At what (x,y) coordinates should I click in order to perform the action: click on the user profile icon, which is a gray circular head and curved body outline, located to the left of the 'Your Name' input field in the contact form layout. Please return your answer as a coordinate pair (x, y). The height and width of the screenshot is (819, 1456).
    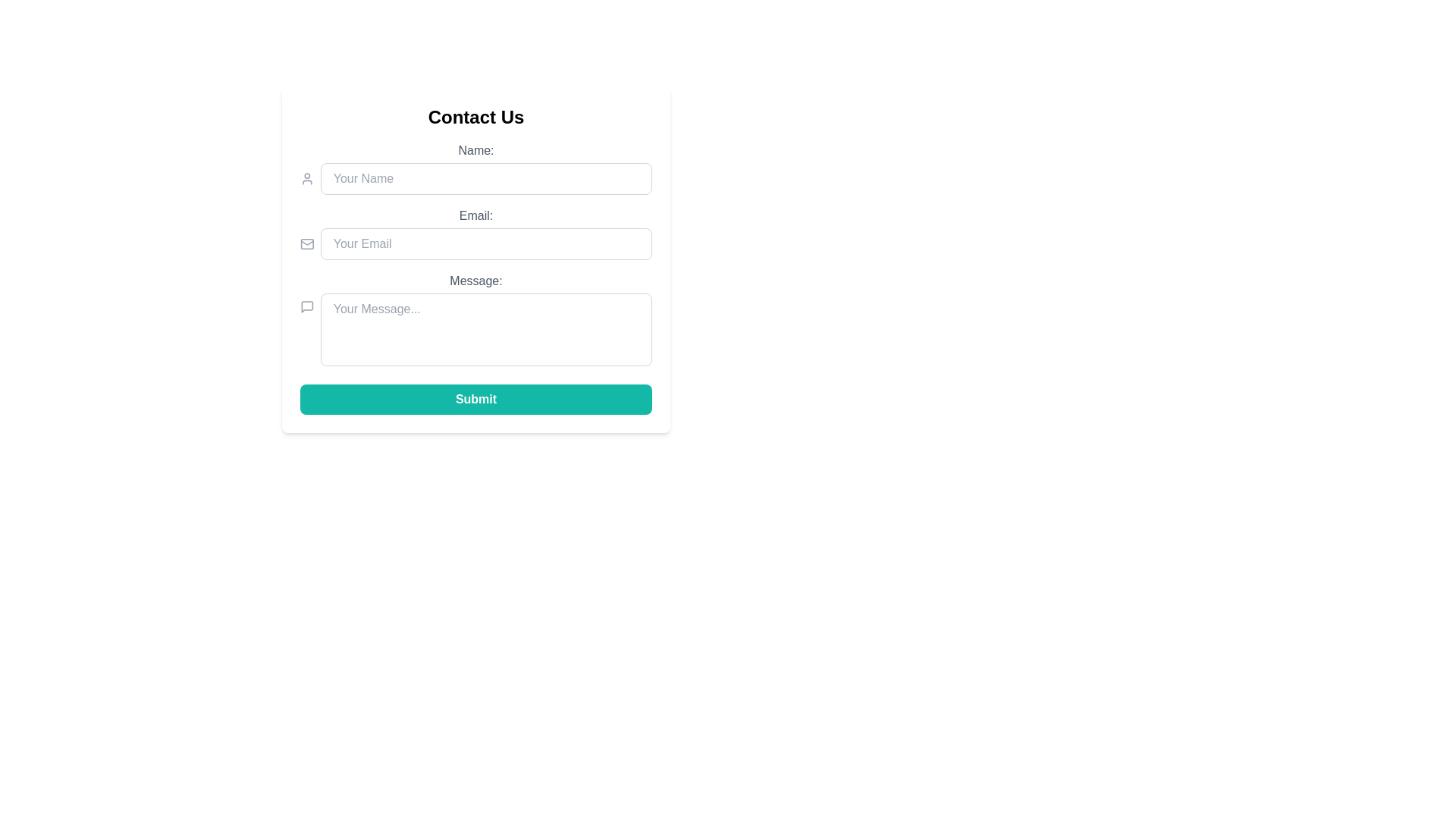
    Looking at the image, I should click on (306, 177).